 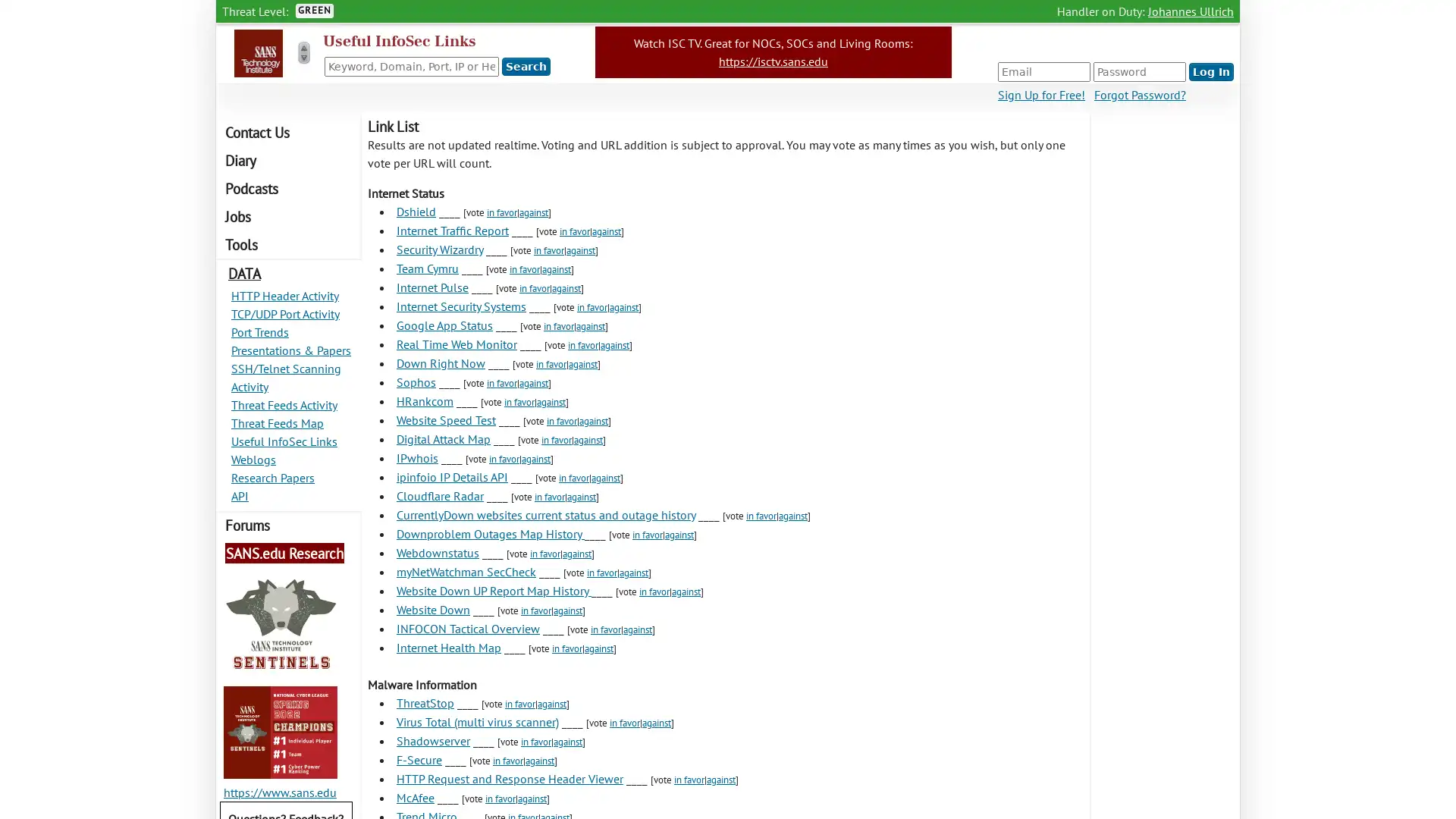 I want to click on Log In, so click(x=1210, y=72).